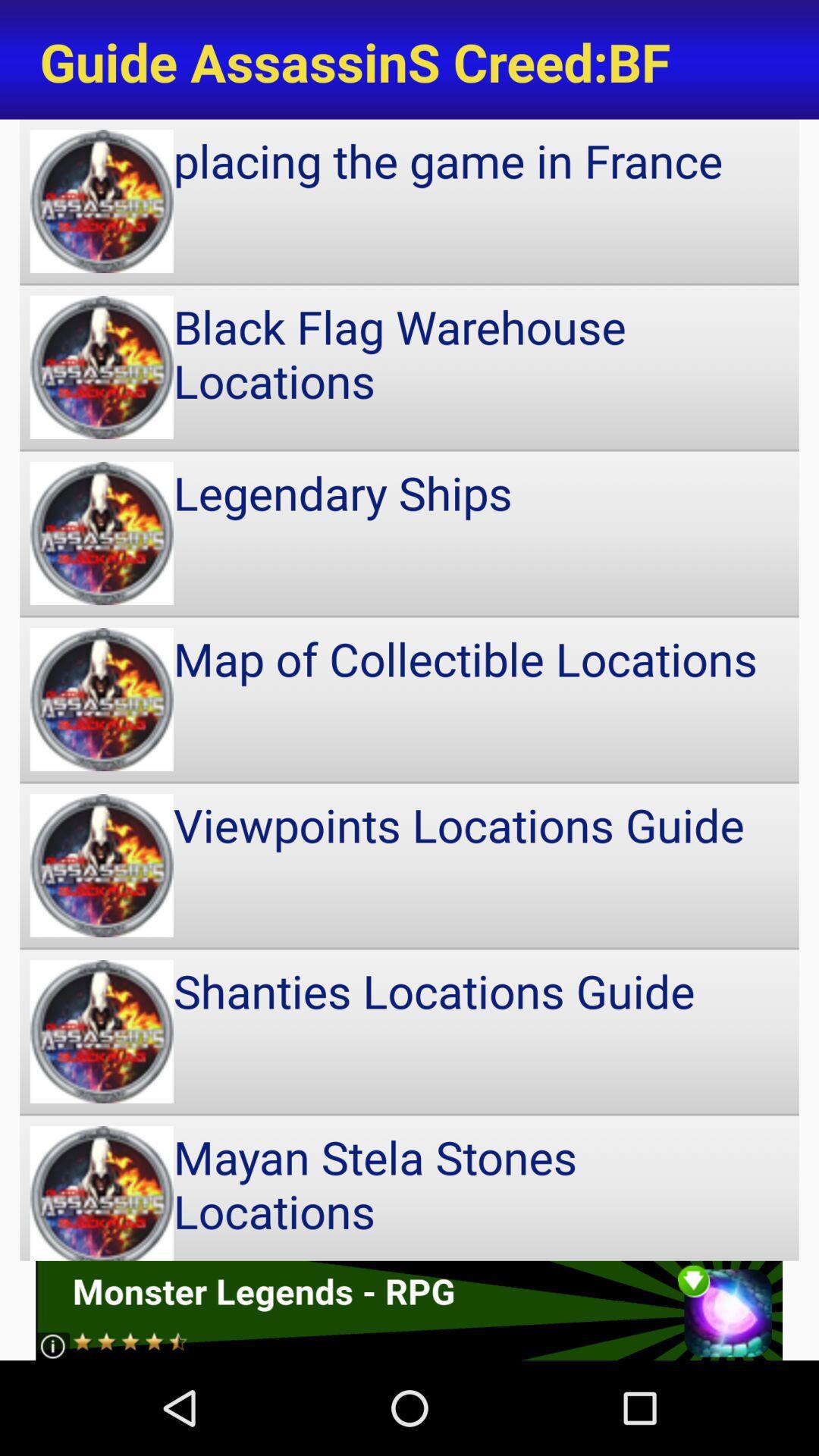 The width and height of the screenshot is (819, 1456). Describe the element at coordinates (409, 367) in the screenshot. I see `the icon below placing the game item` at that location.